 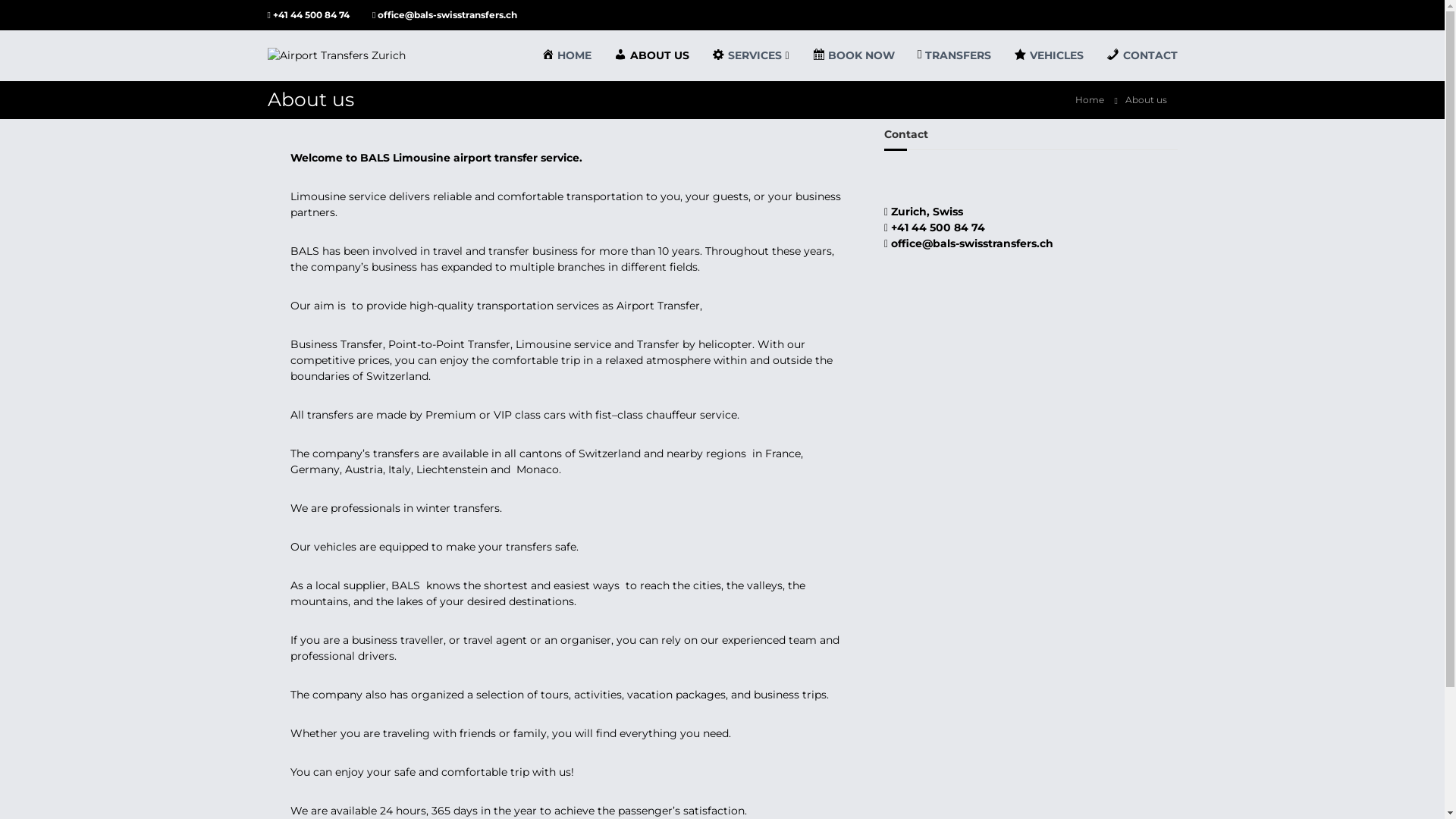 I want to click on 'ABOUT US', so click(x=651, y=55).